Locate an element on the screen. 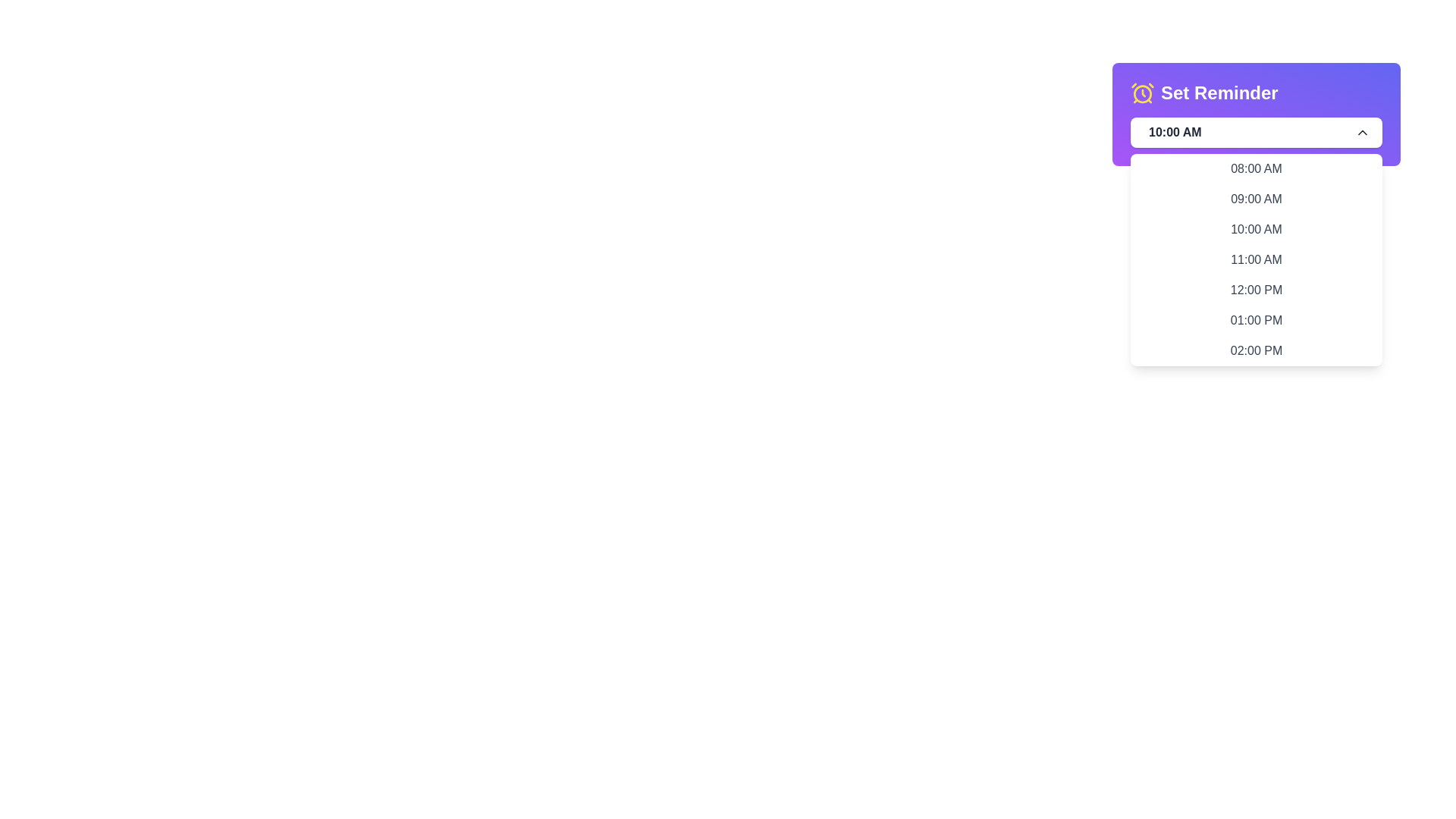  the fourth list item in the dropdown menu is located at coordinates (1256, 259).